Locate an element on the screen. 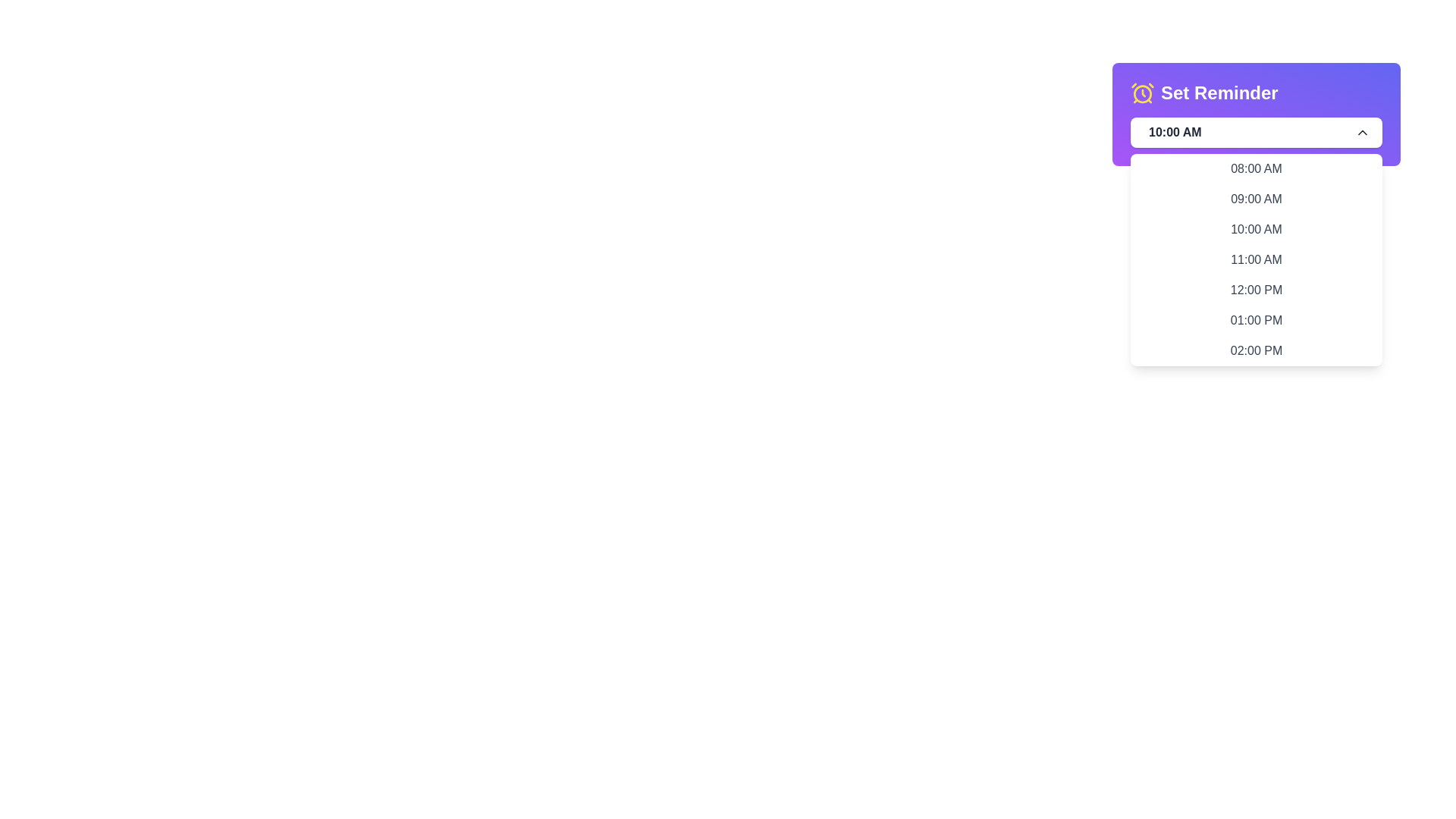  the fourth list item in the dropdown menu is located at coordinates (1256, 259).